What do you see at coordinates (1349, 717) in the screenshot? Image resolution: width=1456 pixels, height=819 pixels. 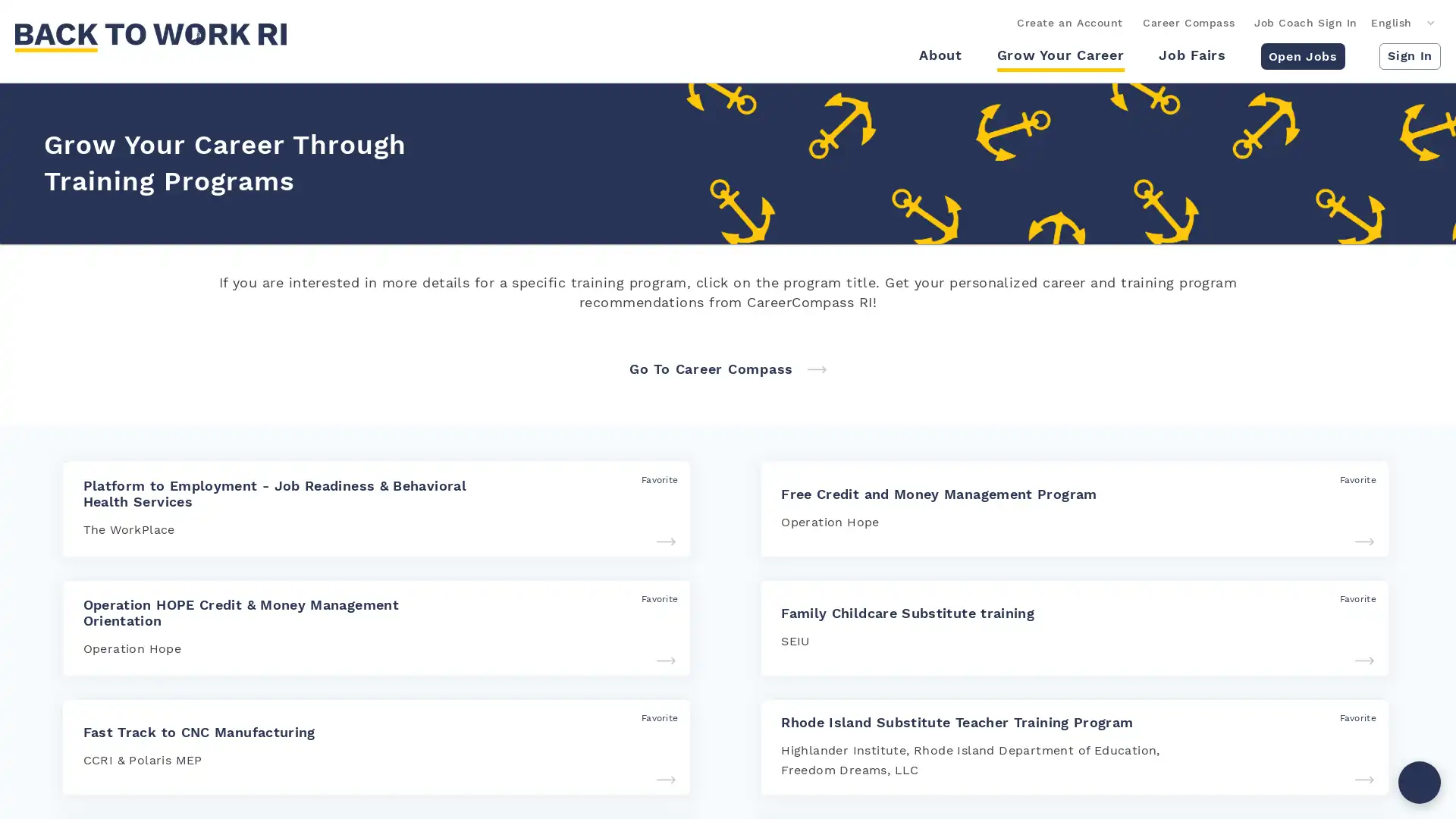 I see `not favorite Favorite` at bounding box center [1349, 717].